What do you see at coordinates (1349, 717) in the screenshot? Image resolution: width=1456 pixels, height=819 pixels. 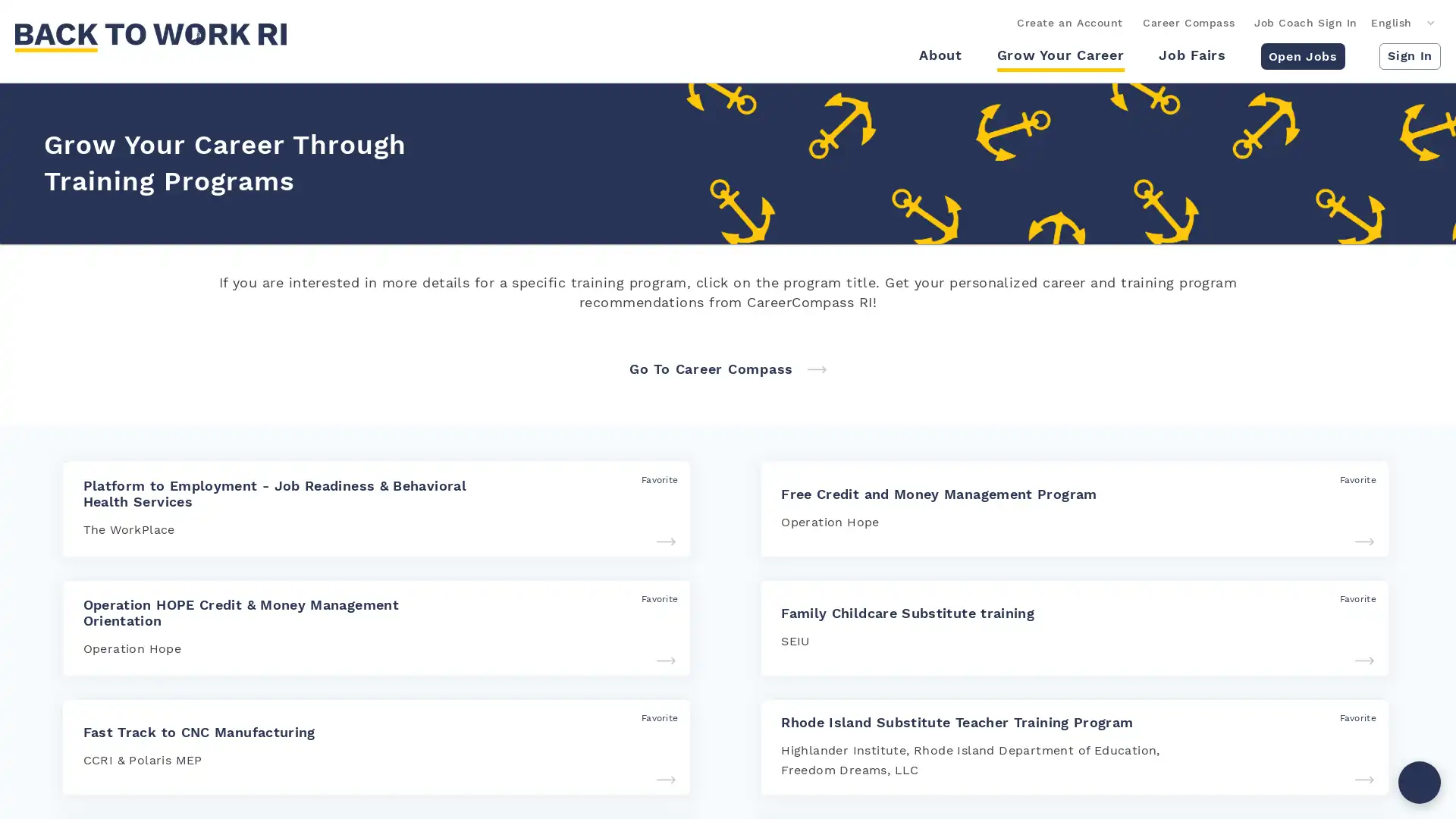 I see `not favorite Favorite` at bounding box center [1349, 717].